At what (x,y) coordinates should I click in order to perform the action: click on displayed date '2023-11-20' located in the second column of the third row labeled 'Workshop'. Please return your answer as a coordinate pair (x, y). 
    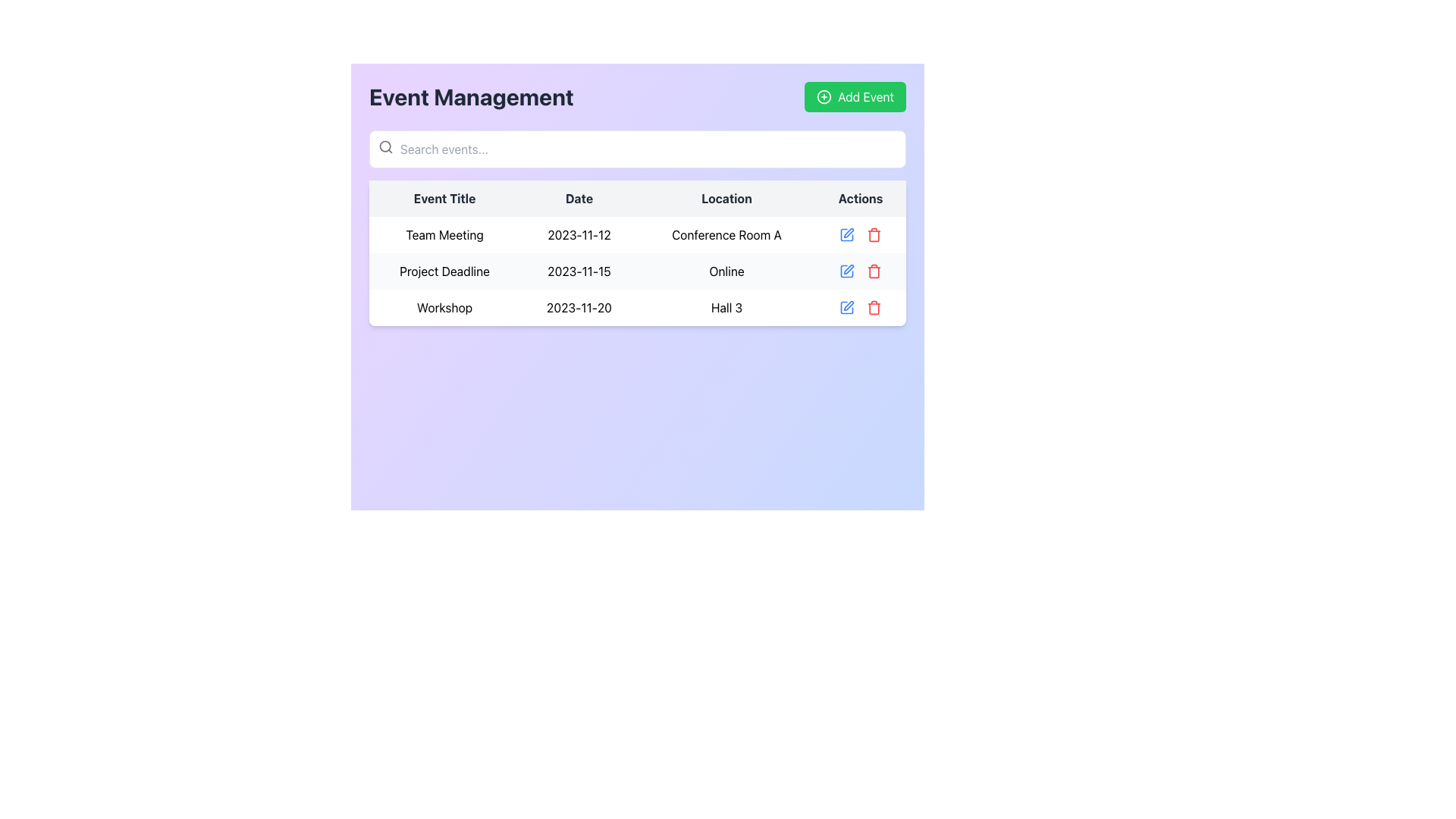
    Looking at the image, I should click on (578, 307).